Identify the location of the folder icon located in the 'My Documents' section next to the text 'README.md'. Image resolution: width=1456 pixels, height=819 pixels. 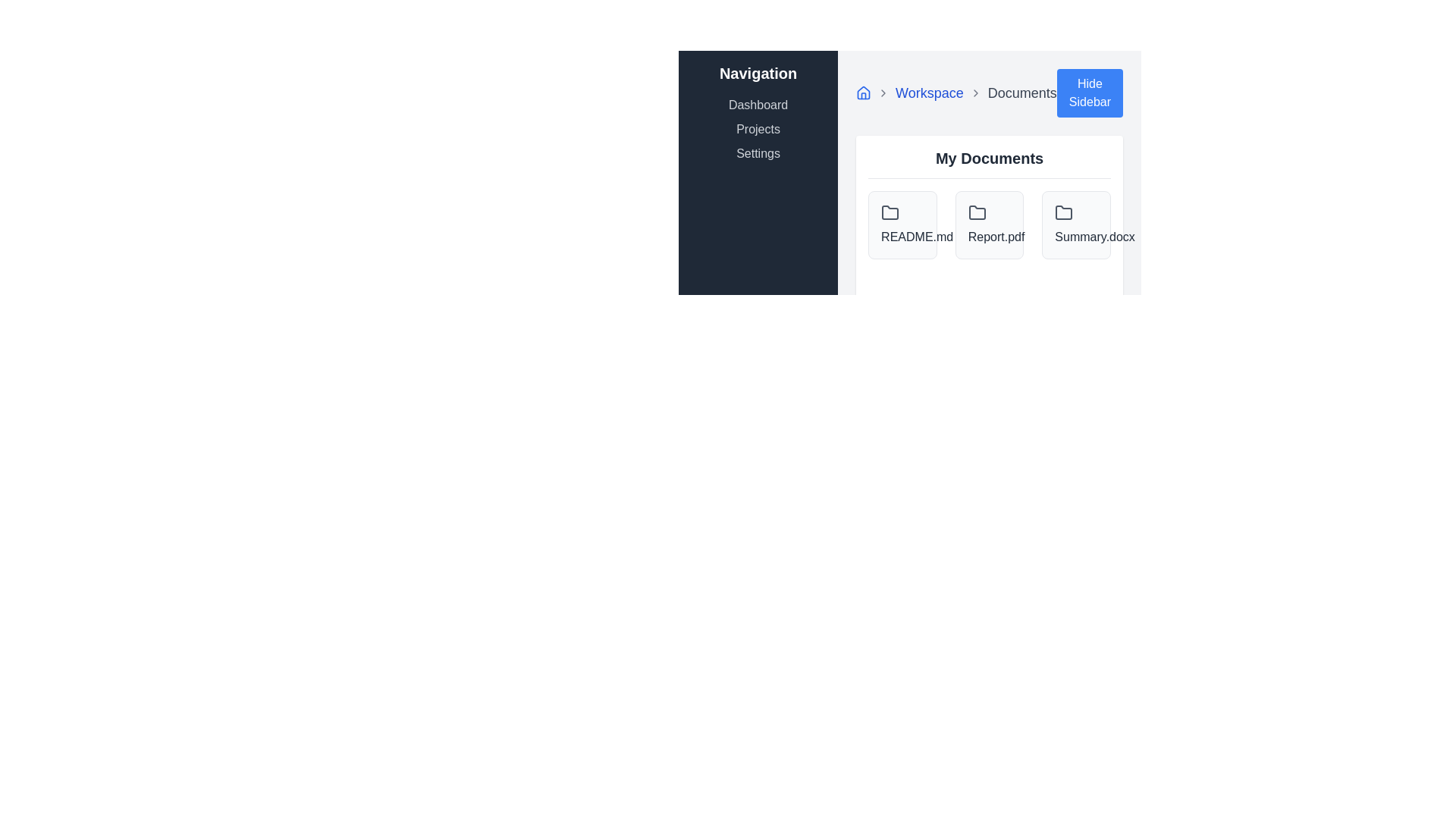
(890, 212).